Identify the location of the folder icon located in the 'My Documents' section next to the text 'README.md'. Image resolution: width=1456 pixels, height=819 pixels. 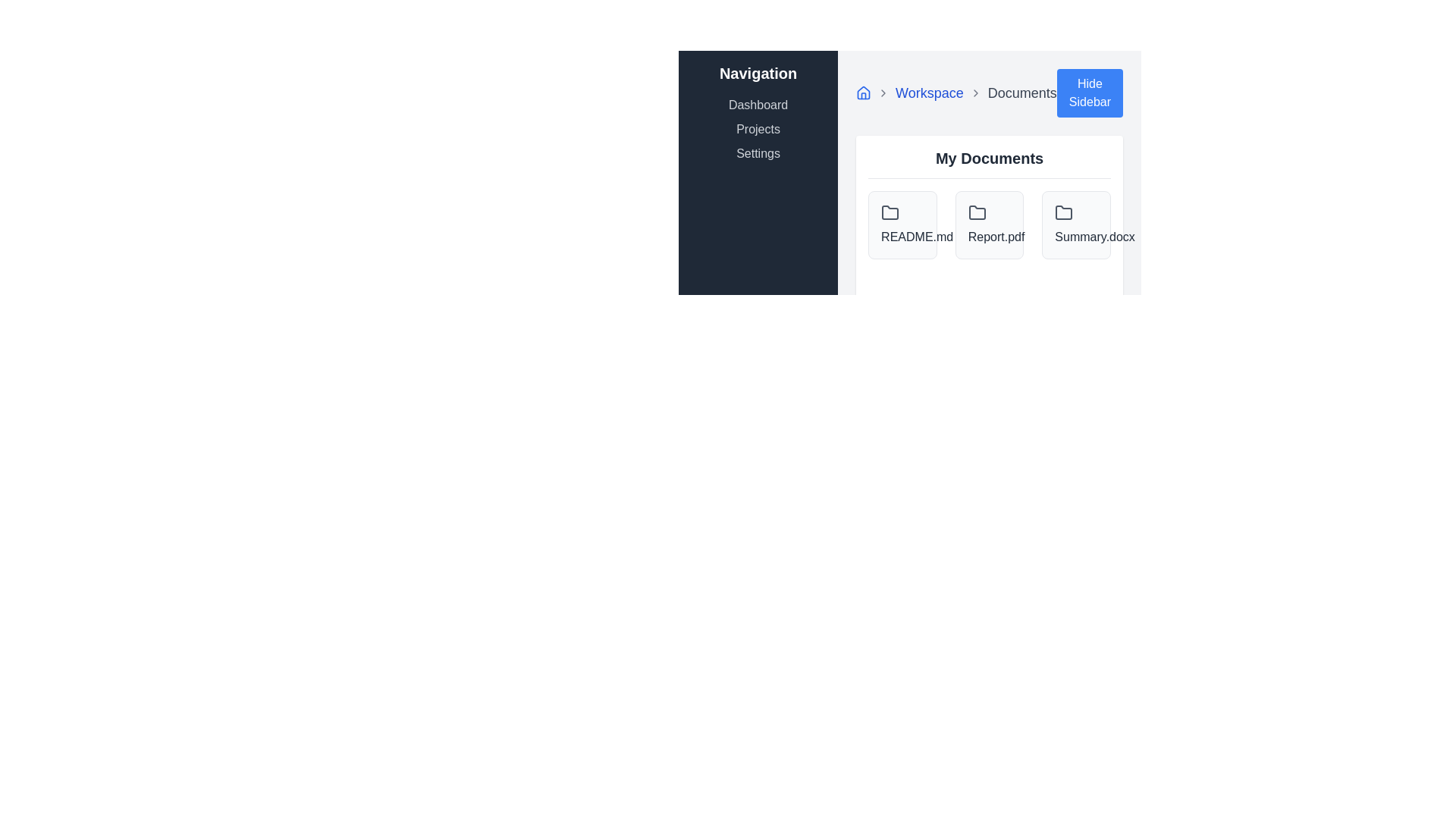
(890, 212).